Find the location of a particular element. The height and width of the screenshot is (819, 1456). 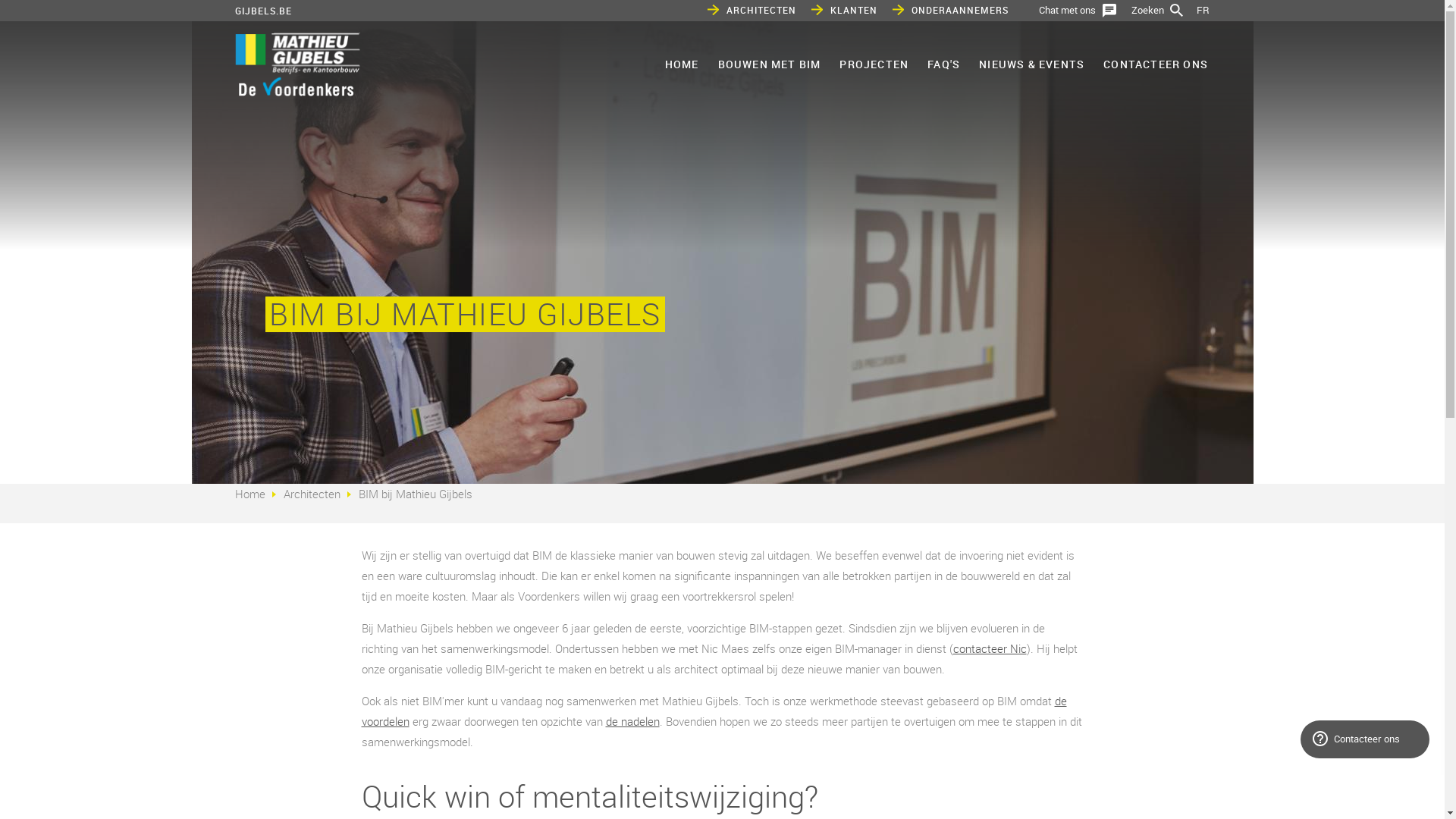

'Contacteer ons' is located at coordinates (1365, 739).